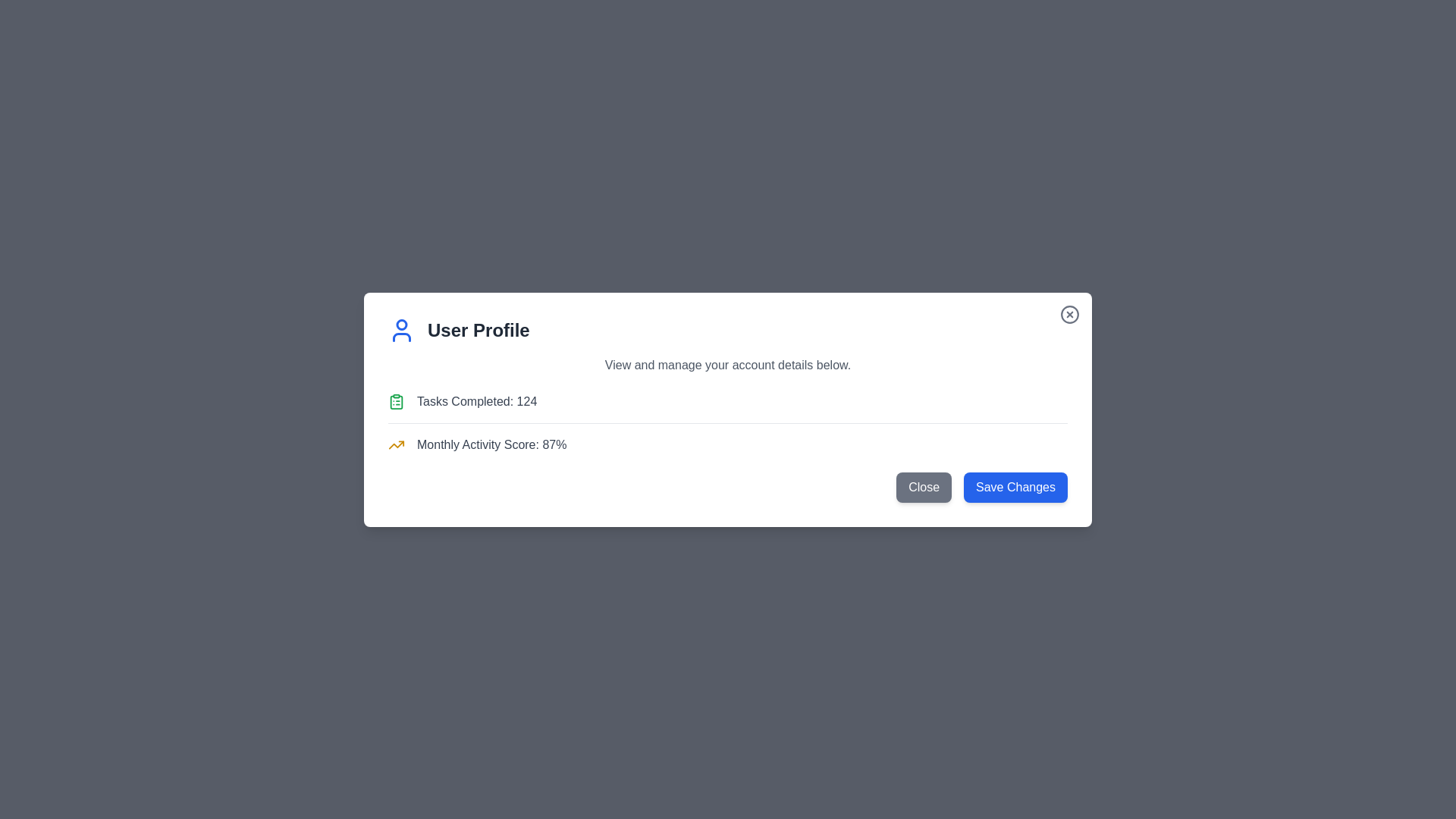 The height and width of the screenshot is (819, 1456). What do you see at coordinates (397, 400) in the screenshot?
I see `the icon representing 'Tasks Completed: 124' in the user profile panel, which is positioned directly to the left of the text` at bounding box center [397, 400].